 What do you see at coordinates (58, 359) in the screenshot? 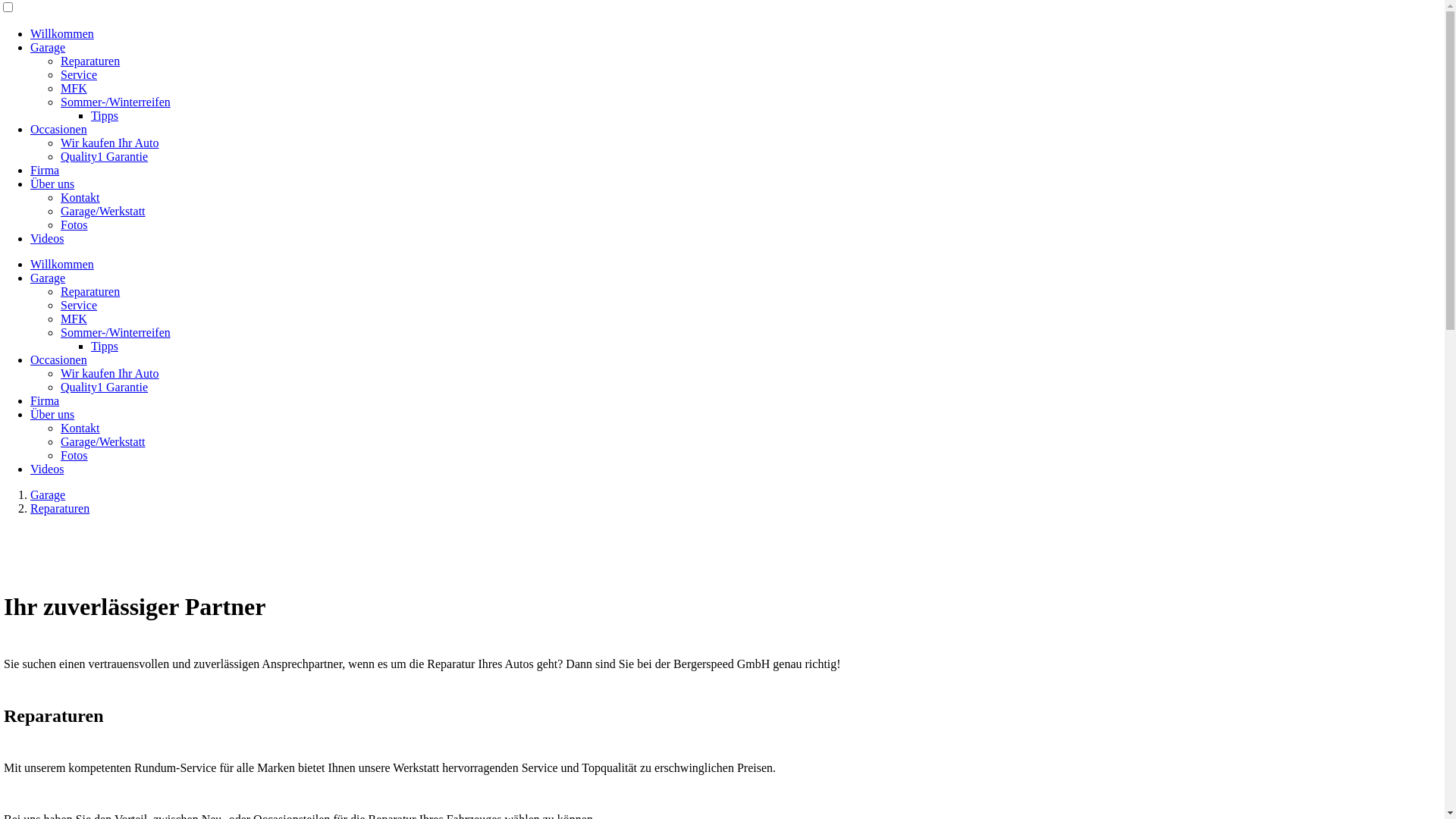
I see `'Occasionen'` at bounding box center [58, 359].